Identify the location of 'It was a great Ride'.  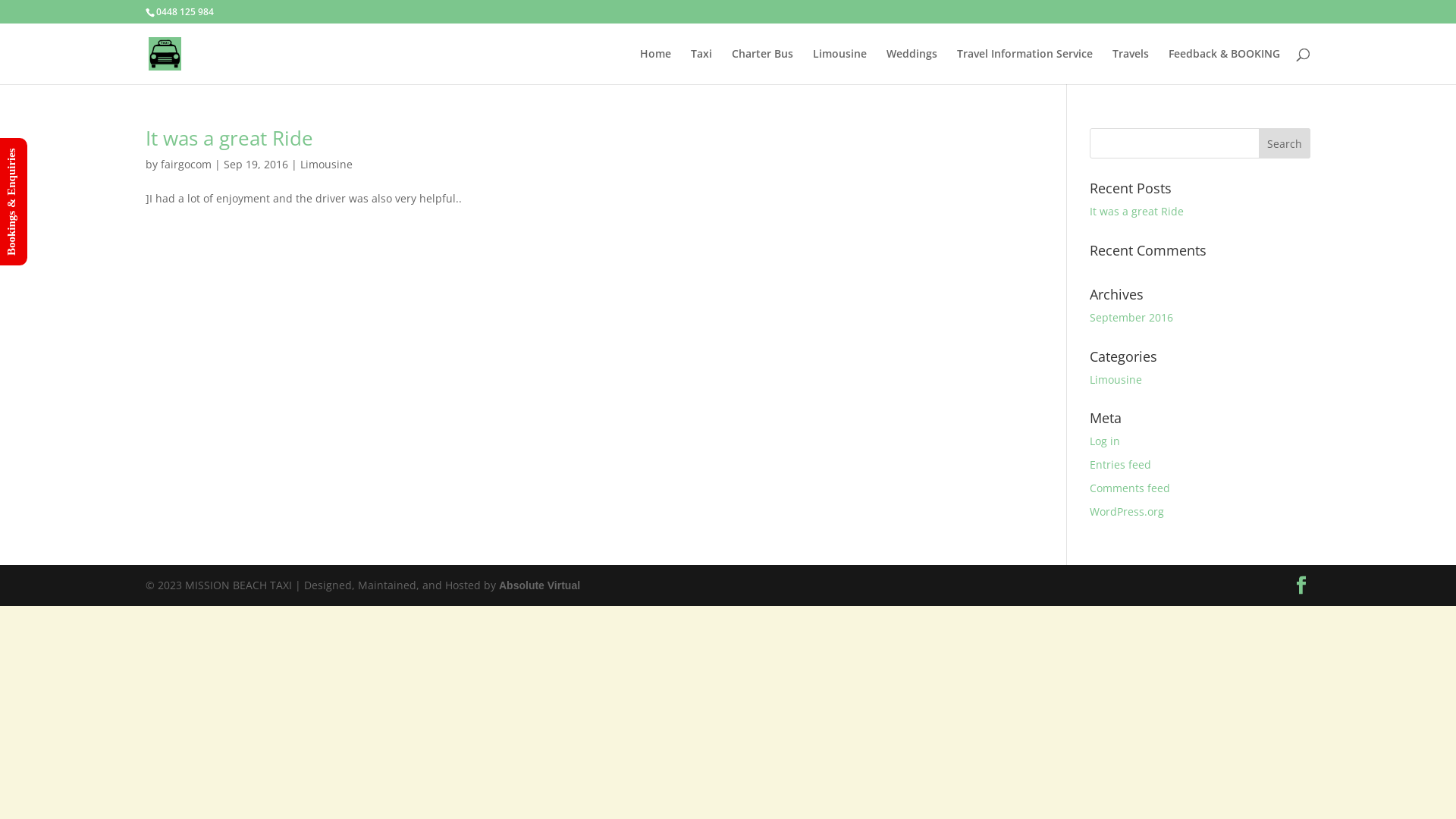
(228, 137).